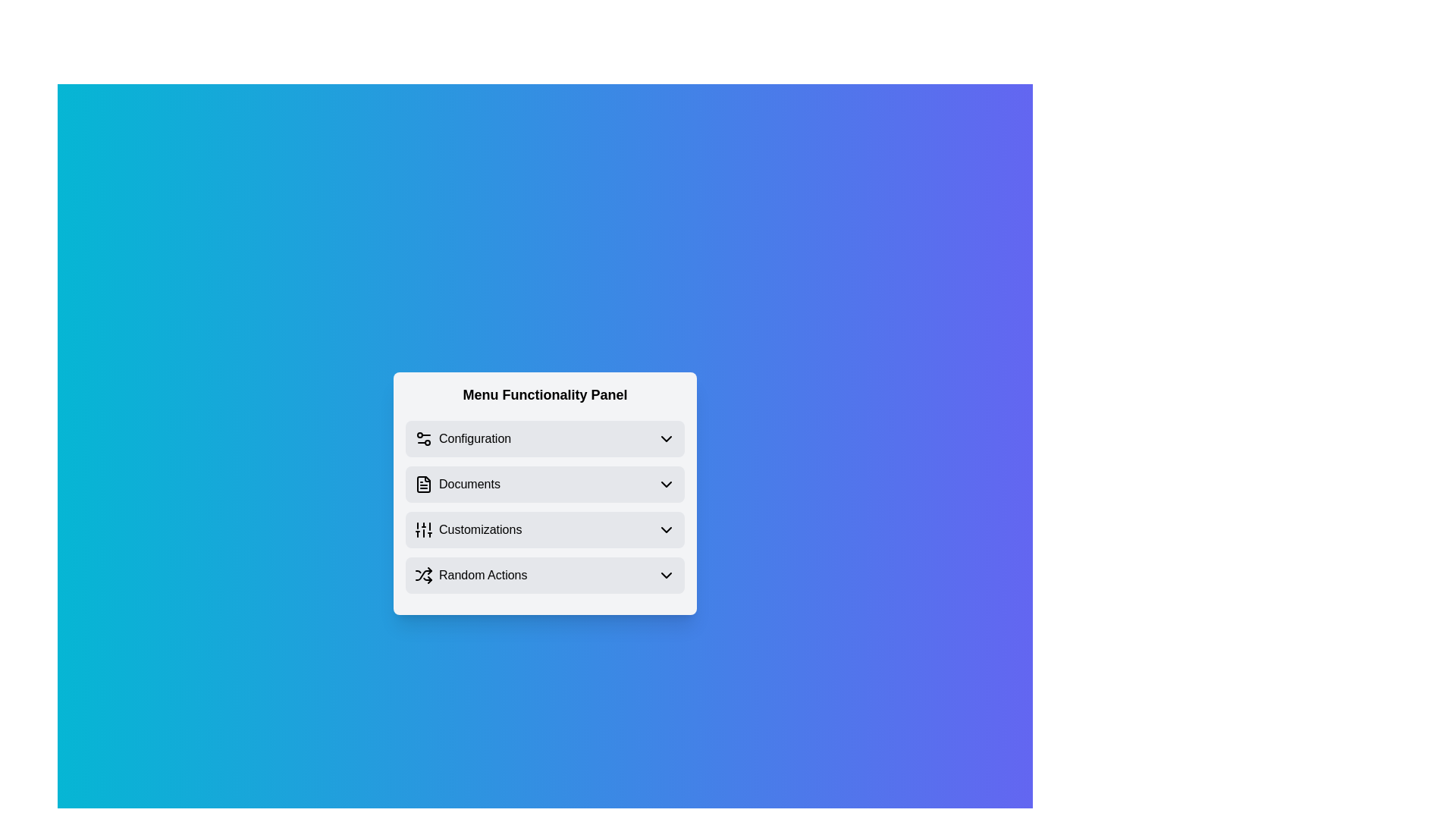 The image size is (1456, 819). Describe the element at coordinates (423, 576) in the screenshot. I see `the icon associated with the menu item Random Actions` at that location.